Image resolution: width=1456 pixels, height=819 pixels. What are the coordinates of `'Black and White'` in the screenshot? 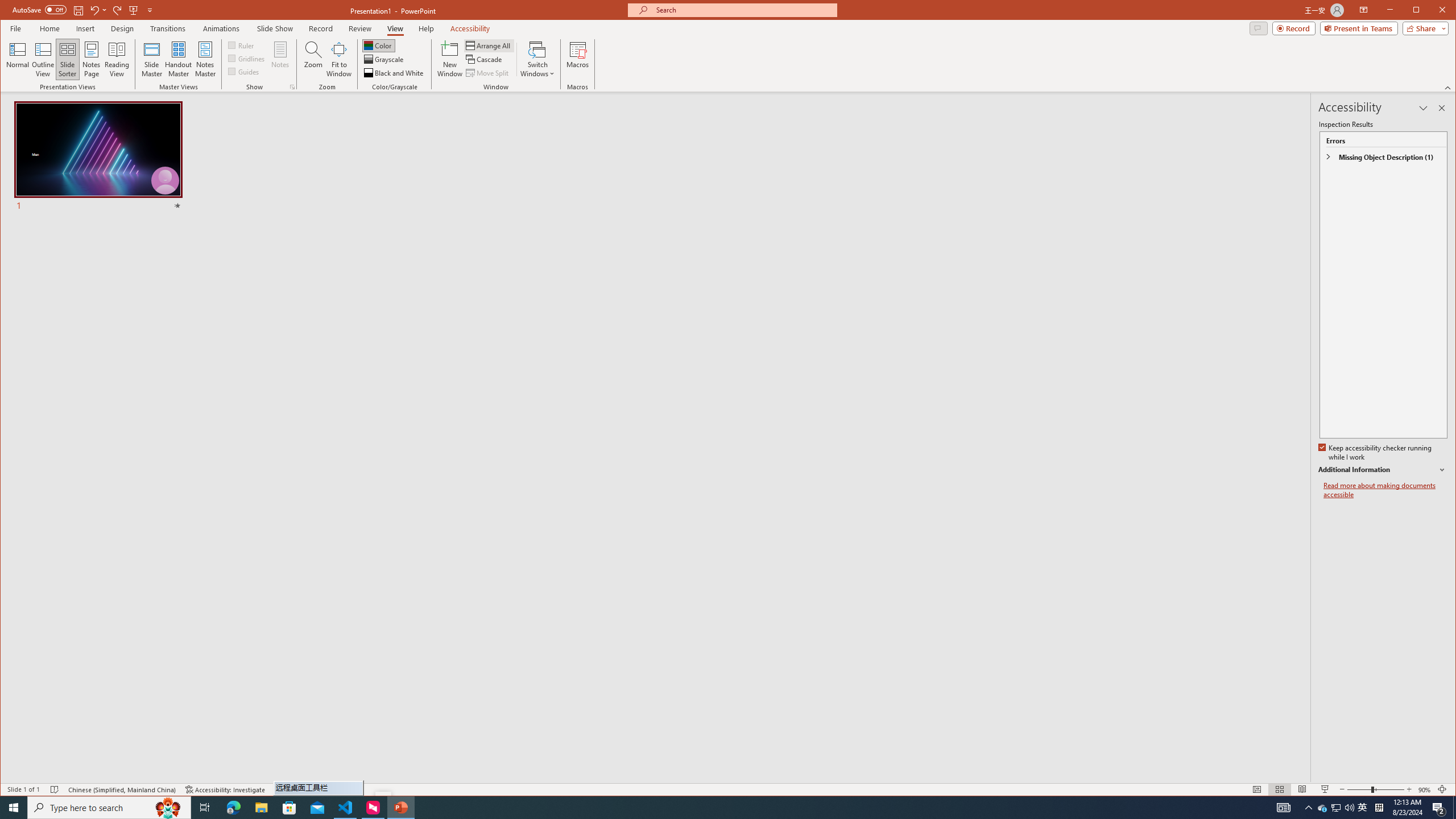 It's located at (394, 72).